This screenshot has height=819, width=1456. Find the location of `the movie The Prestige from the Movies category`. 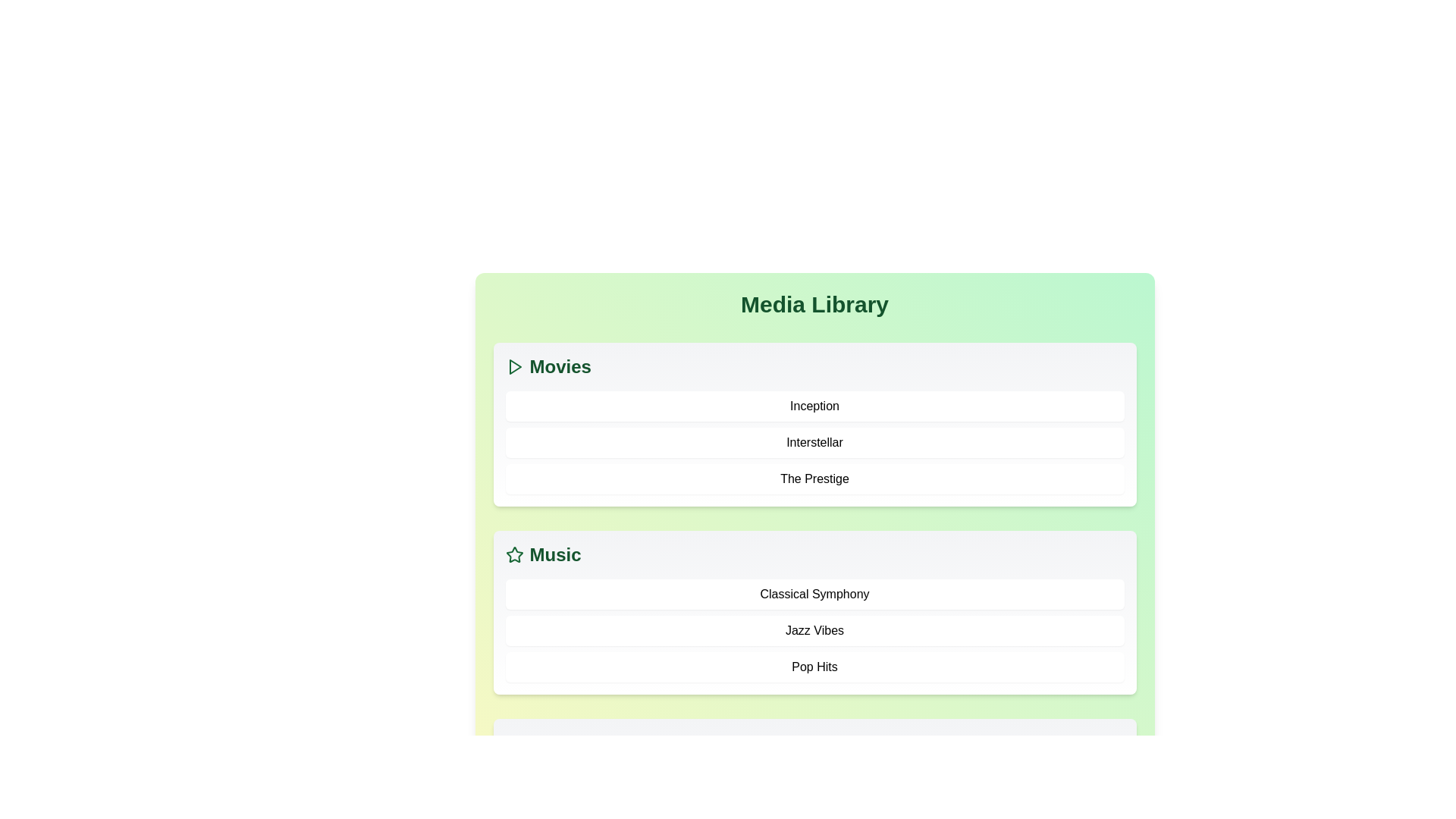

the movie The Prestige from the Movies category is located at coordinates (814, 479).